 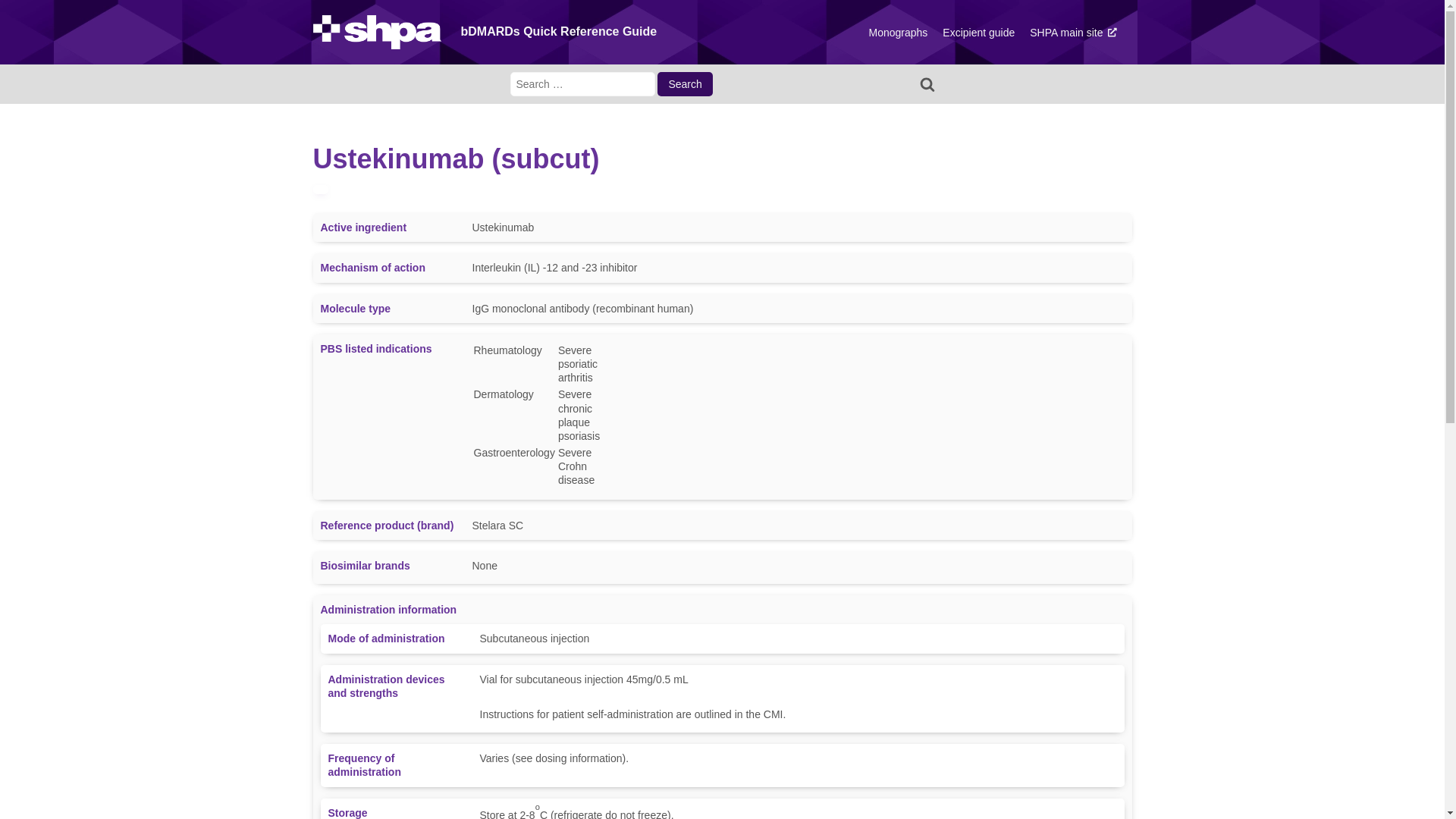 What do you see at coordinates (898, 32) in the screenshot?
I see `'Monographs'` at bounding box center [898, 32].